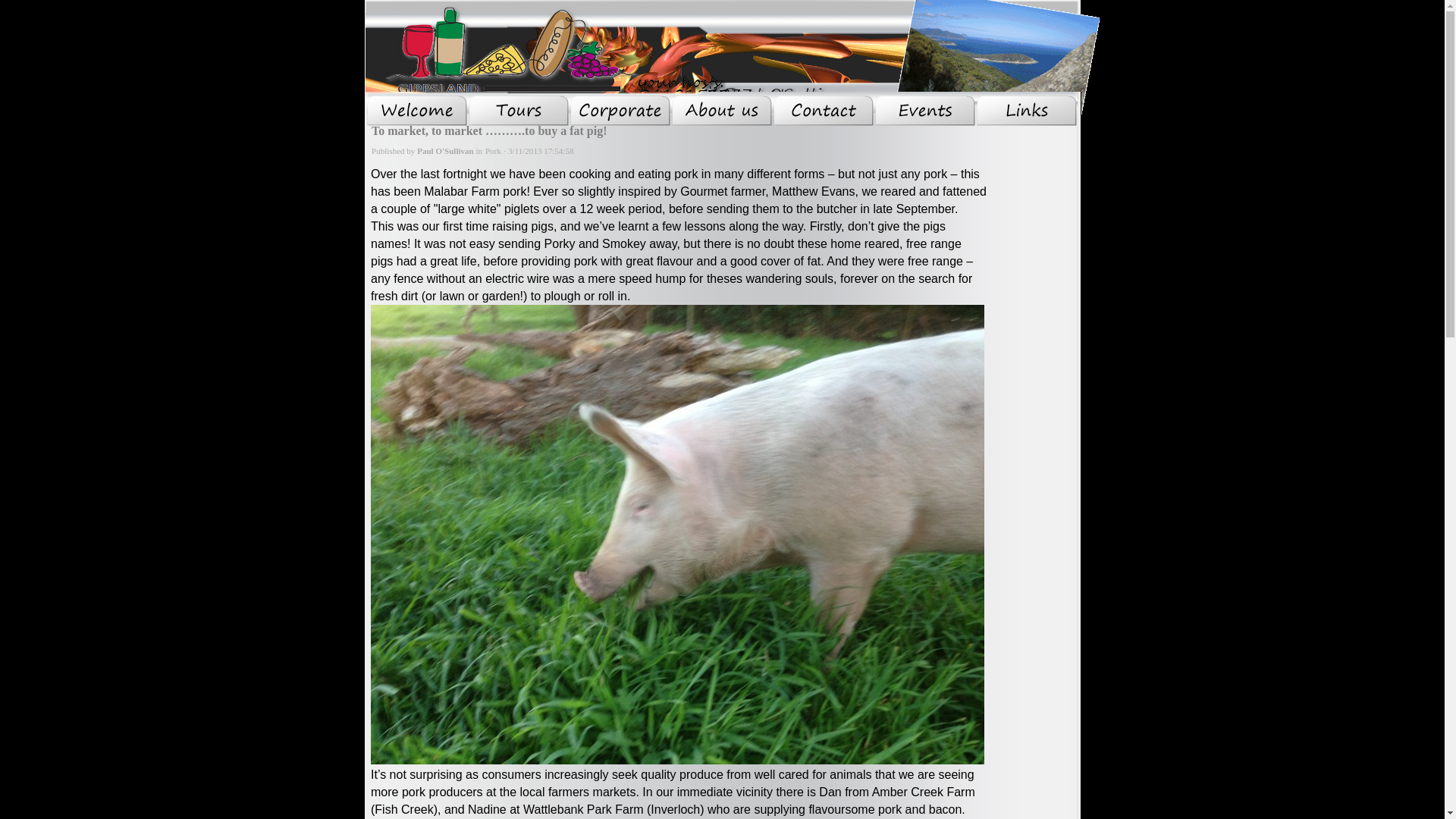 The image size is (1456, 819). I want to click on 'Pork', so click(483, 151).